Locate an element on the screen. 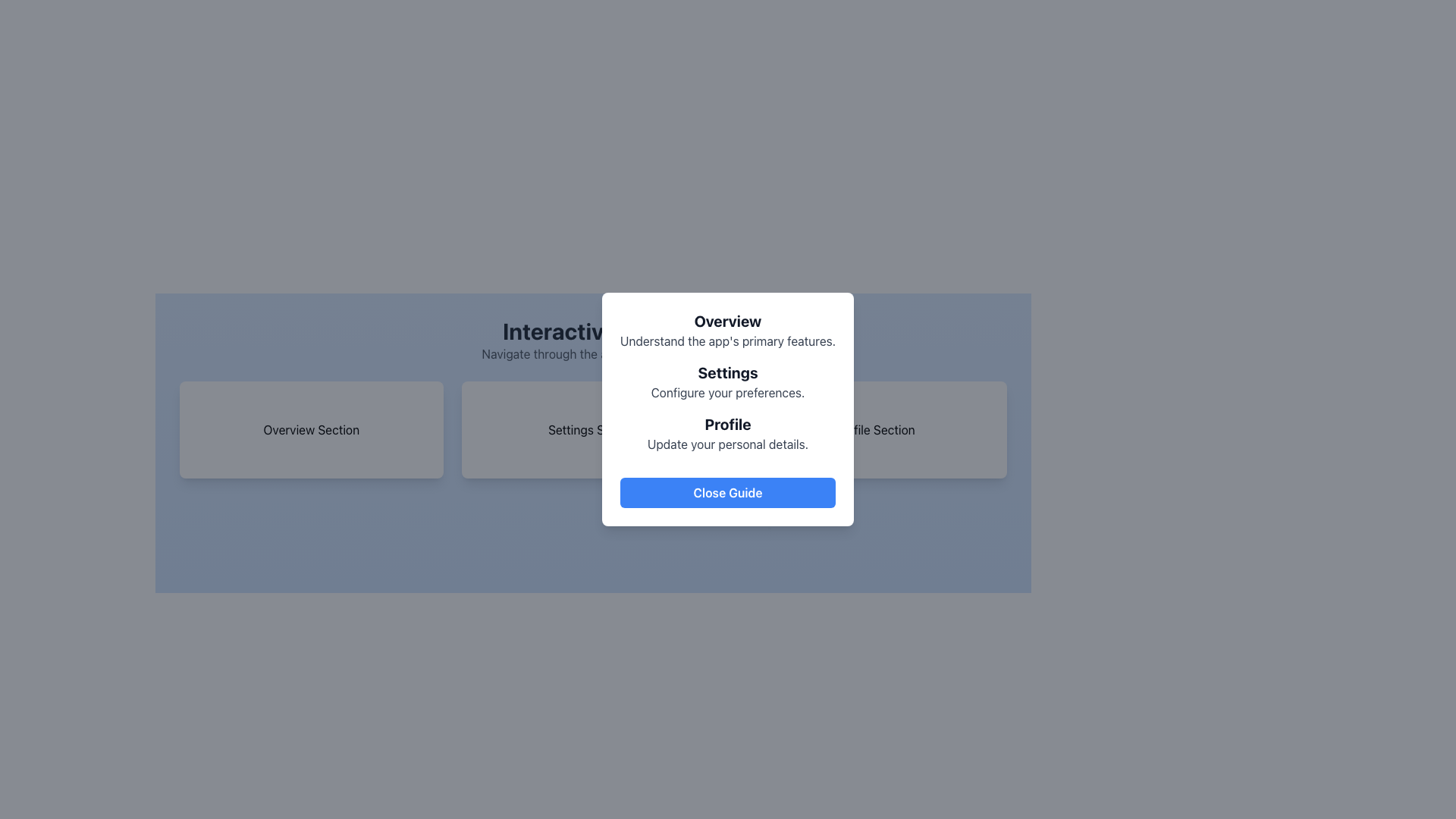  the introductory header text block that provides a title and a brief description for the user, located above the sections labeled 'Overview Section', 'Settings Section', and 'Profile Section' is located at coordinates (592, 339).